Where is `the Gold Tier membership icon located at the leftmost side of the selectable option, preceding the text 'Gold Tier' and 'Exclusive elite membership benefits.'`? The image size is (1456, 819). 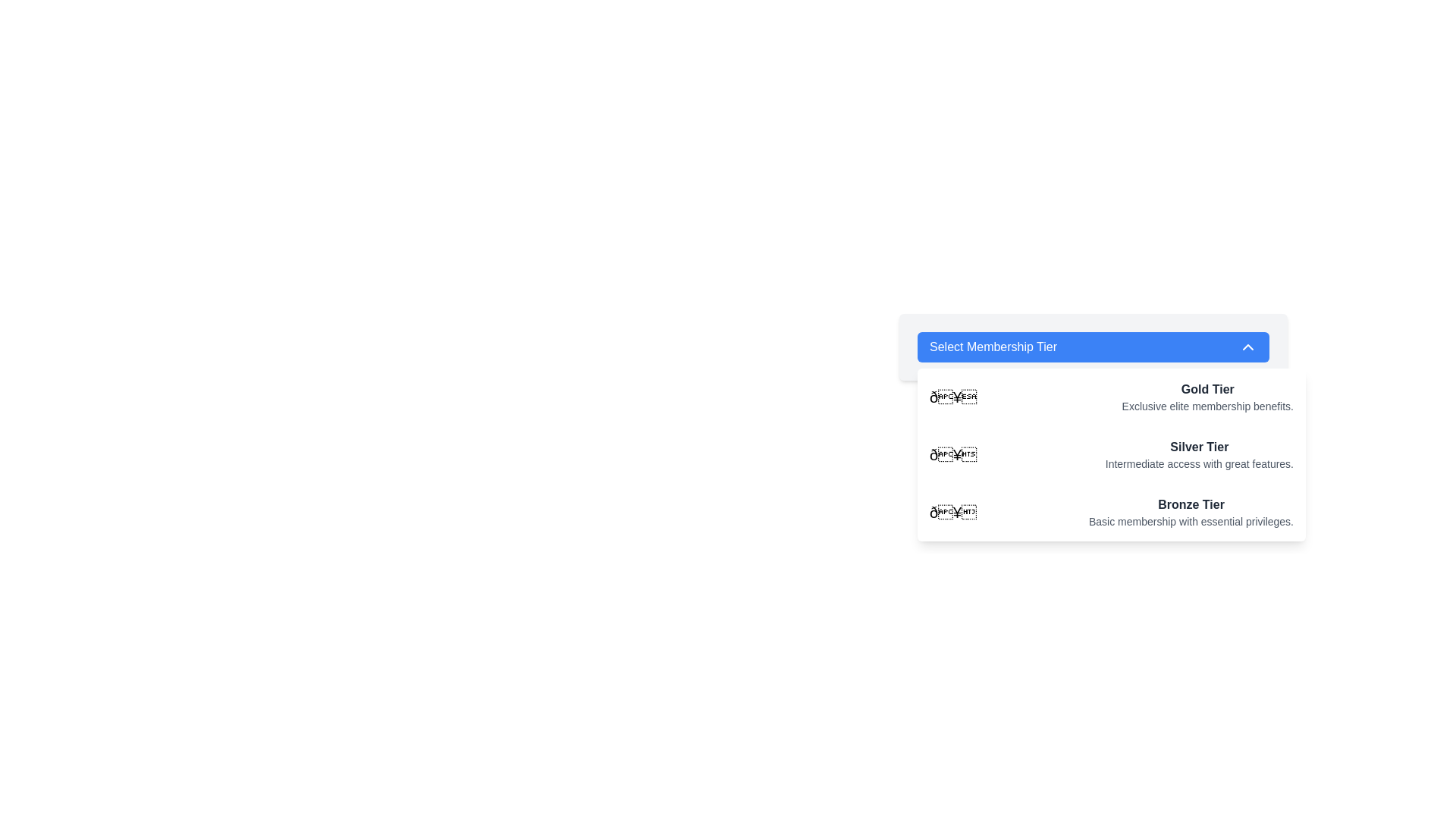 the Gold Tier membership icon located at the leftmost side of the selectable option, preceding the text 'Gold Tier' and 'Exclusive elite membership benefits.' is located at coordinates (952, 397).